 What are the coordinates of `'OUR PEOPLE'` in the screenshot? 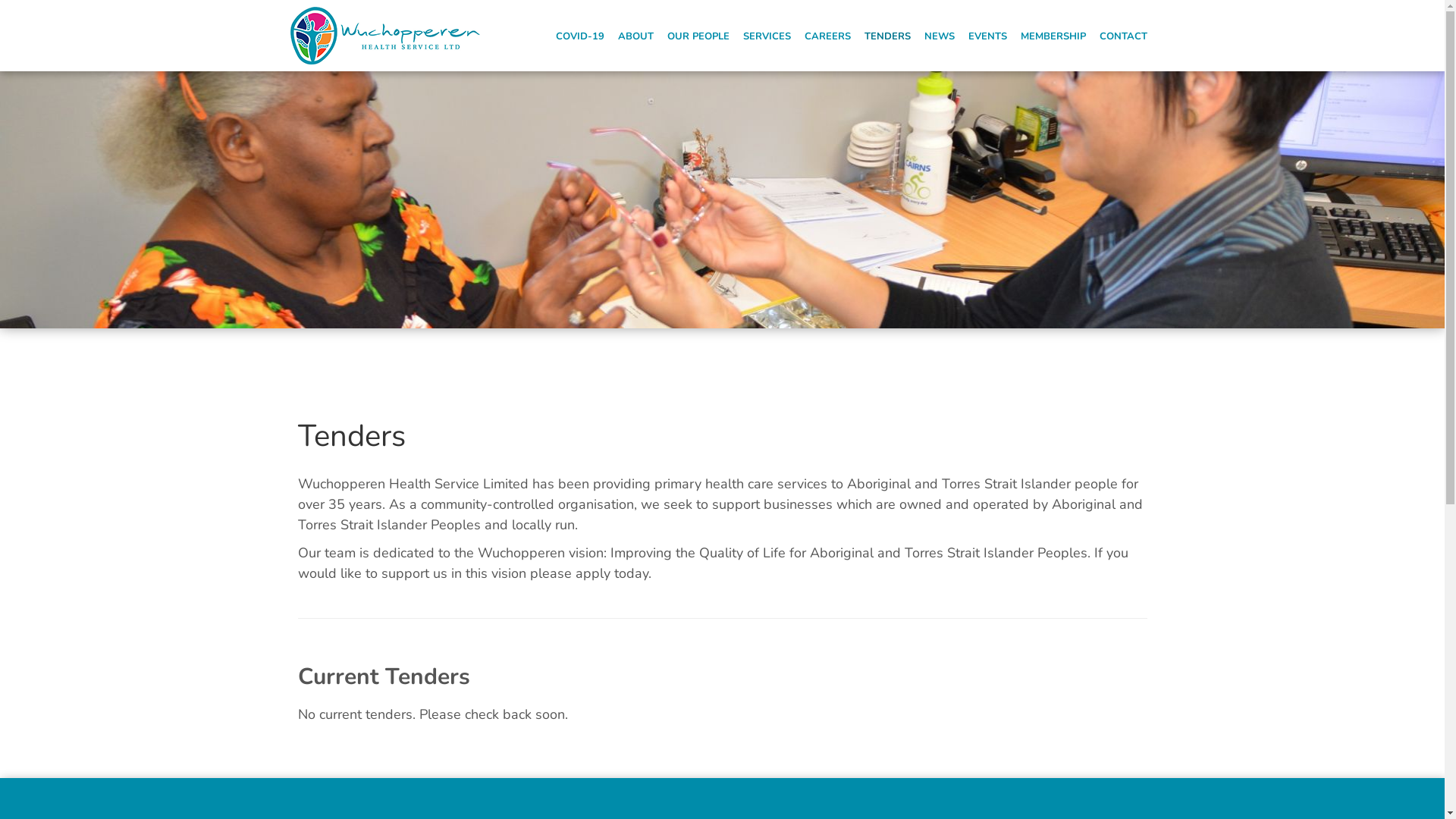 It's located at (698, 35).